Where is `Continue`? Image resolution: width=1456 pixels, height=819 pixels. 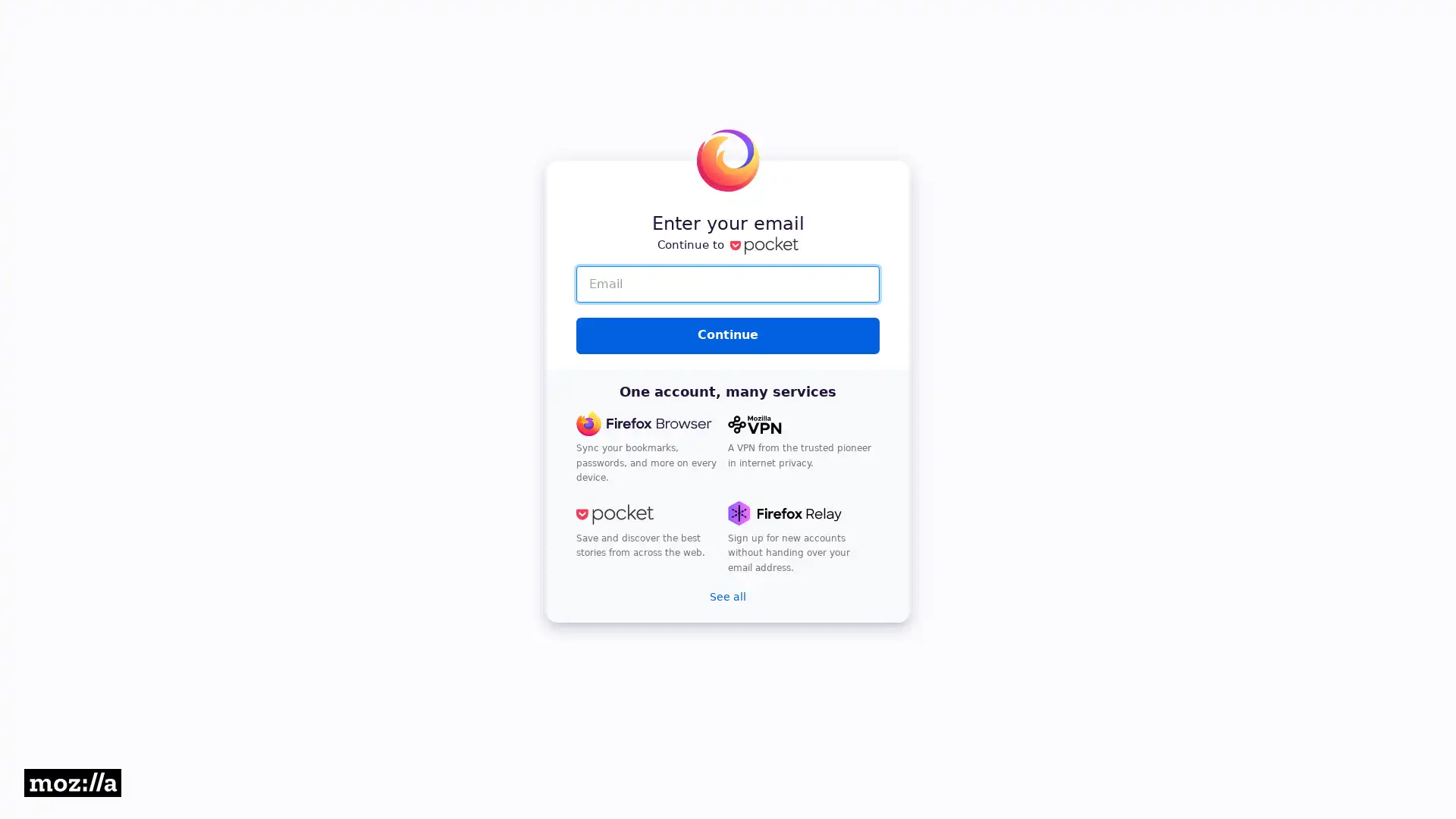
Continue is located at coordinates (728, 334).